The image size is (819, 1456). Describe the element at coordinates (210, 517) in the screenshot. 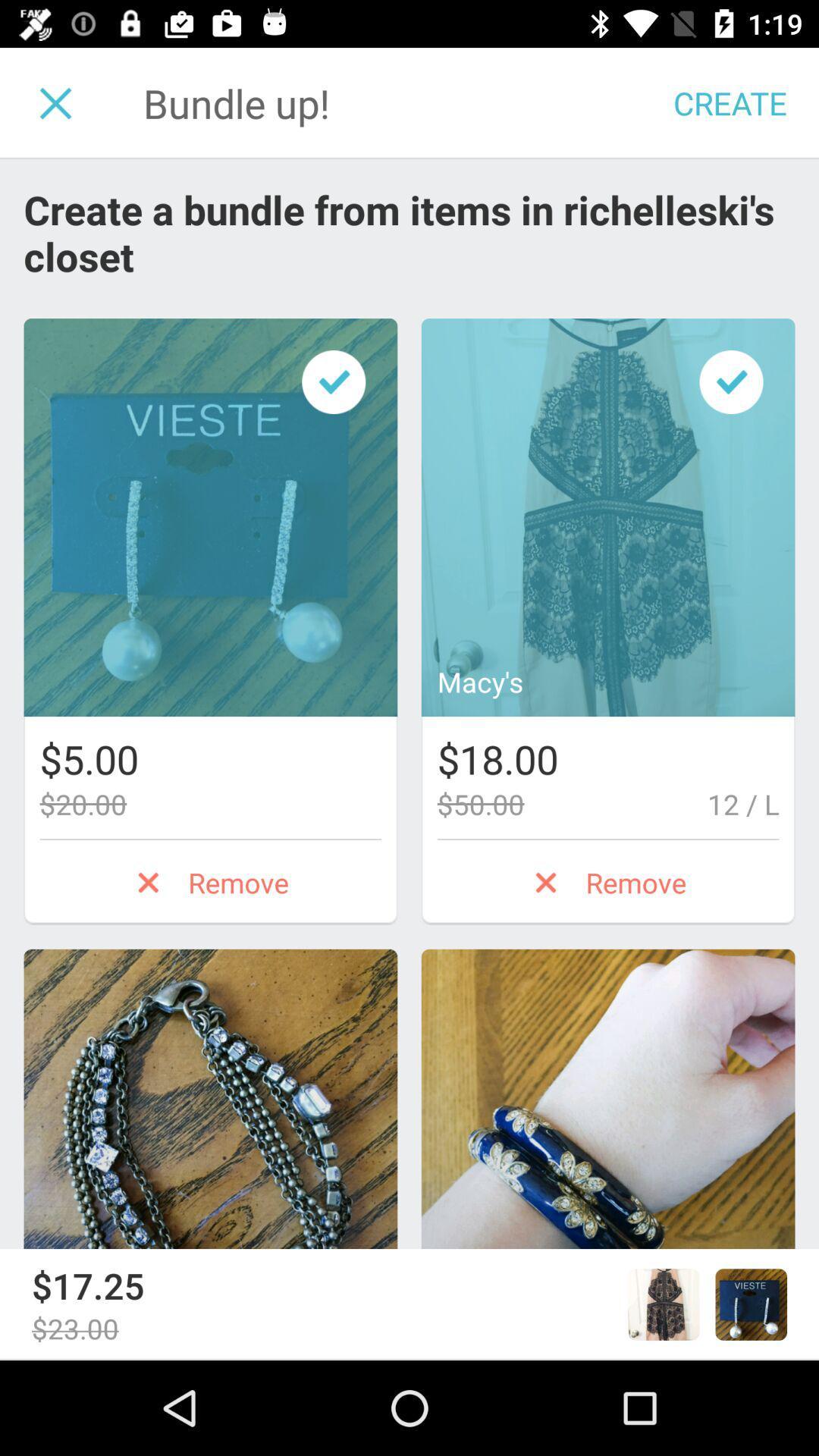

I see `the first image of the page` at that location.